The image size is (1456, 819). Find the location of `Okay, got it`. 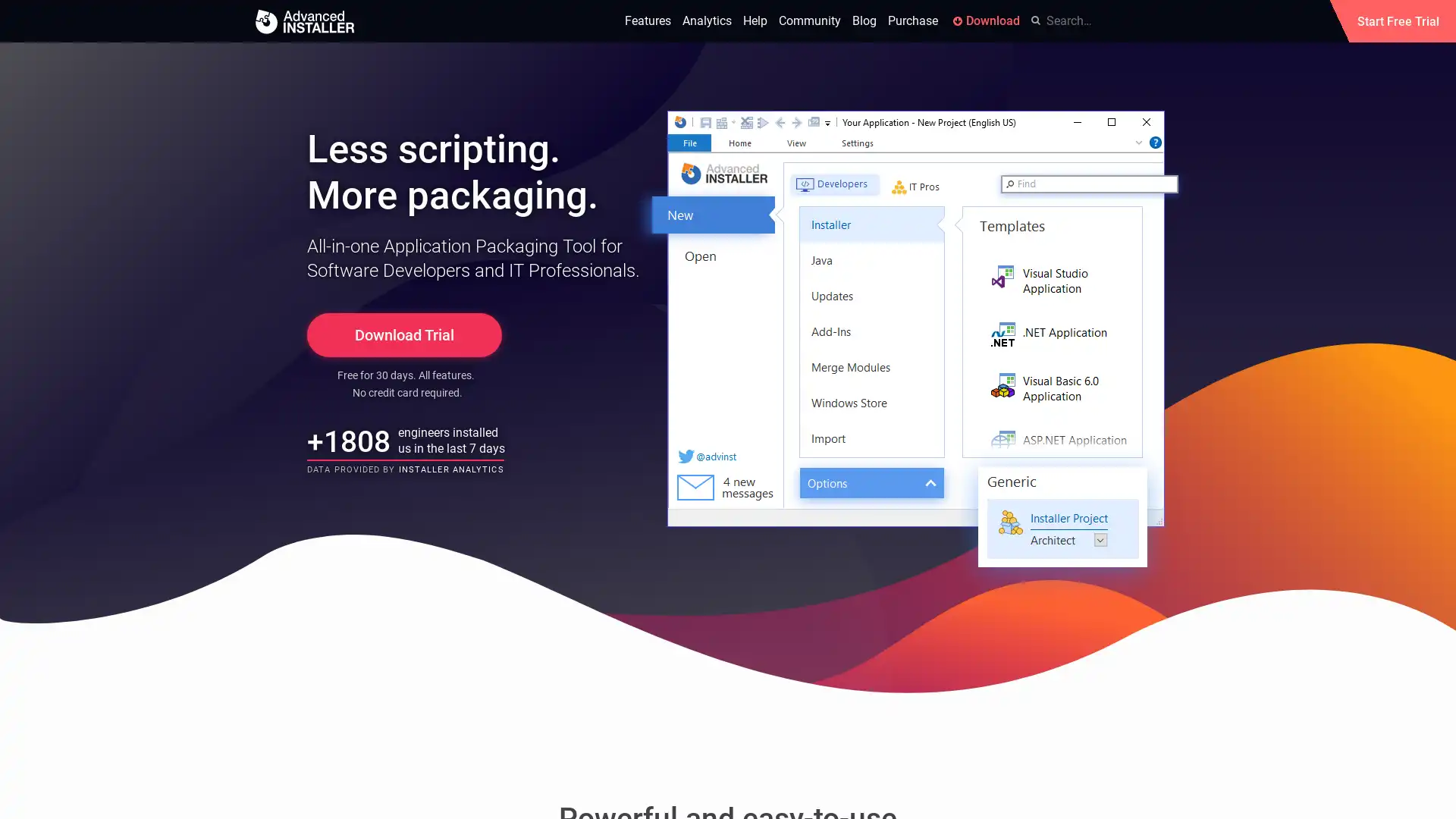

Okay, got it is located at coordinates (1018, 802).